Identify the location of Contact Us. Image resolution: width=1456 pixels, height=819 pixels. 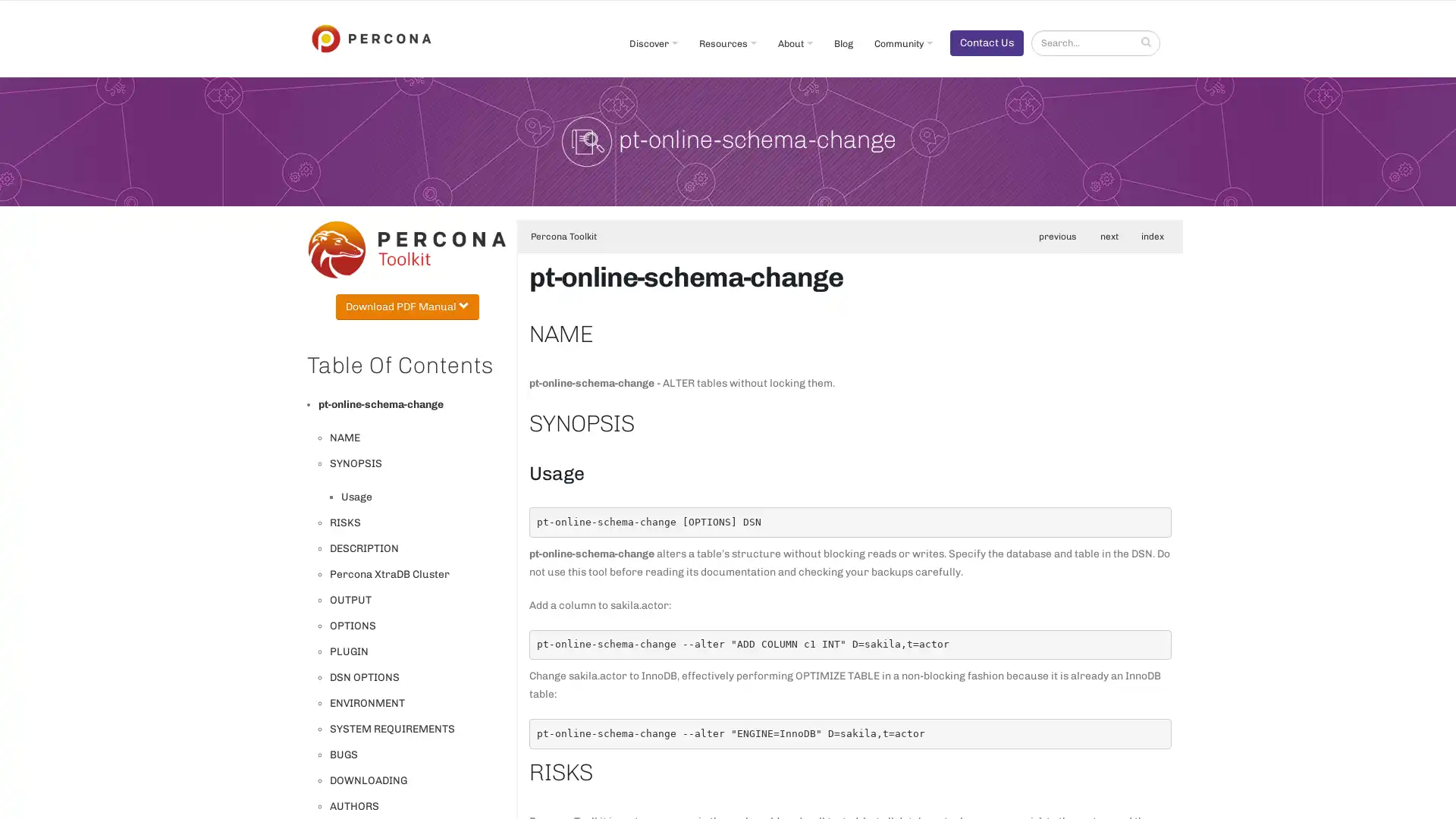
(987, 42).